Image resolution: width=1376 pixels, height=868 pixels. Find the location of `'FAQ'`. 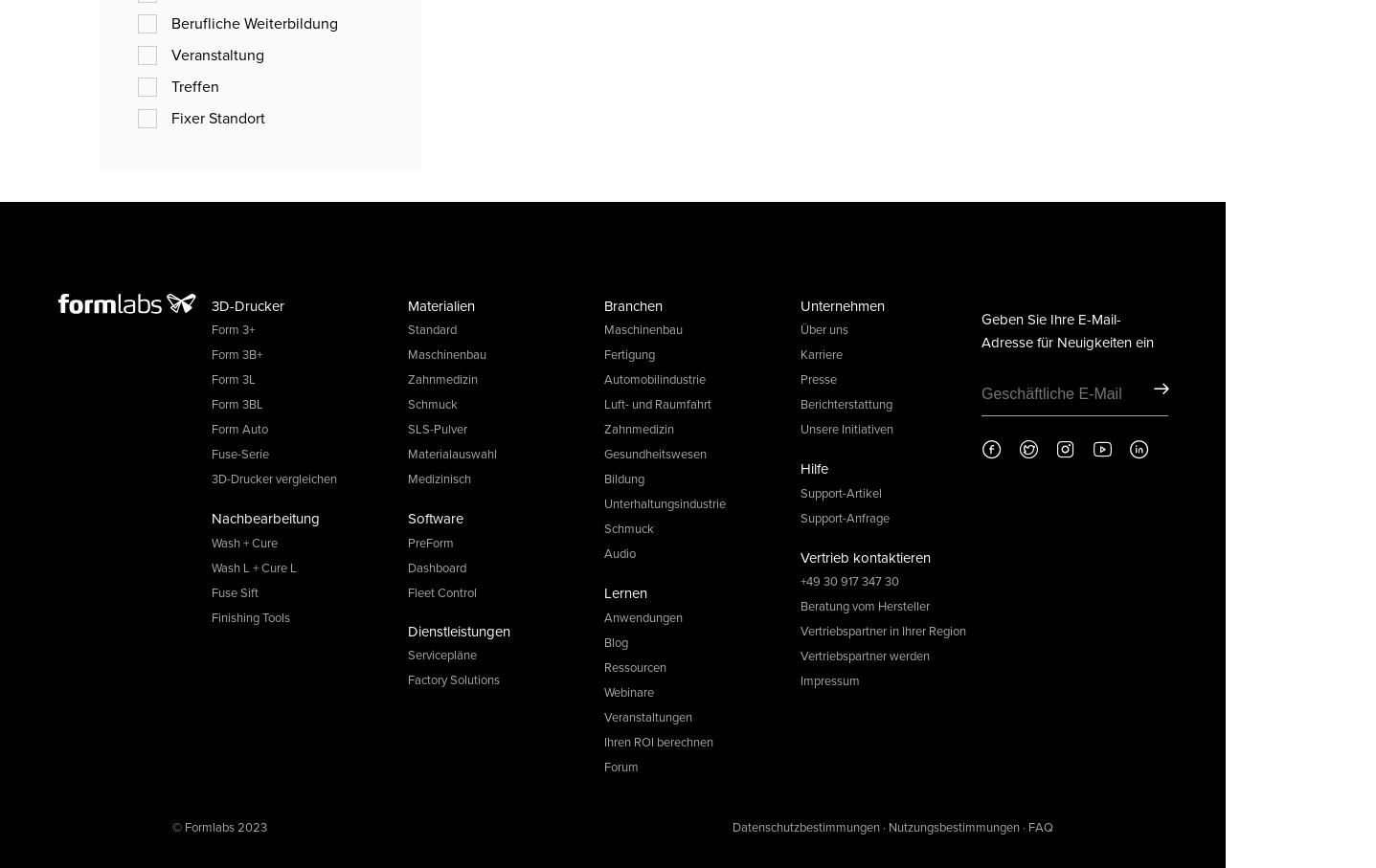

'FAQ' is located at coordinates (1040, 825).